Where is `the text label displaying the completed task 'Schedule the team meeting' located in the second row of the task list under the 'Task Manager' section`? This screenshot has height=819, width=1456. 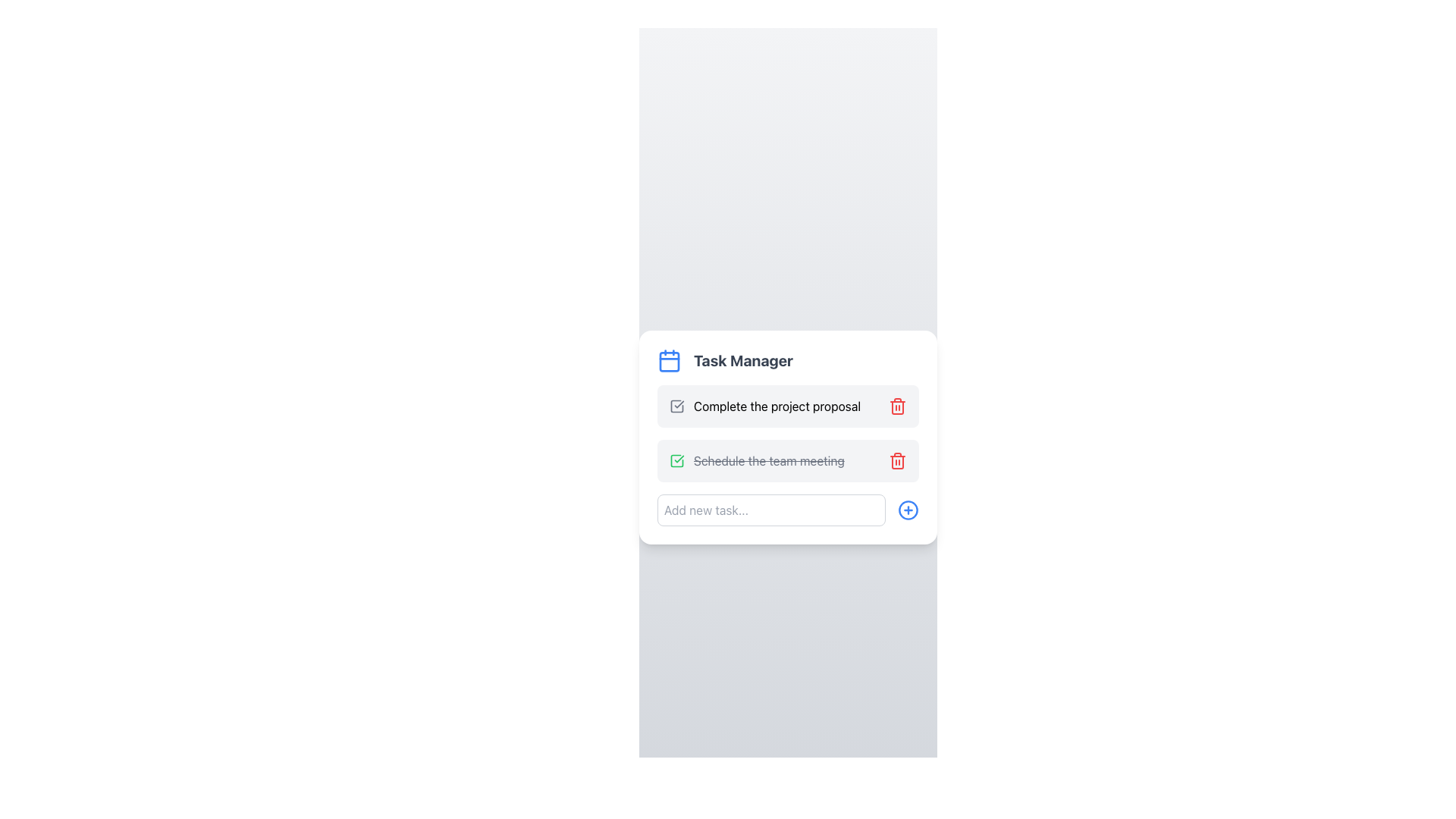 the text label displaying the completed task 'Schedule the team meeting' located in the second row of the task list under the 'Task Manager' section is located at coordinates (769, 460).